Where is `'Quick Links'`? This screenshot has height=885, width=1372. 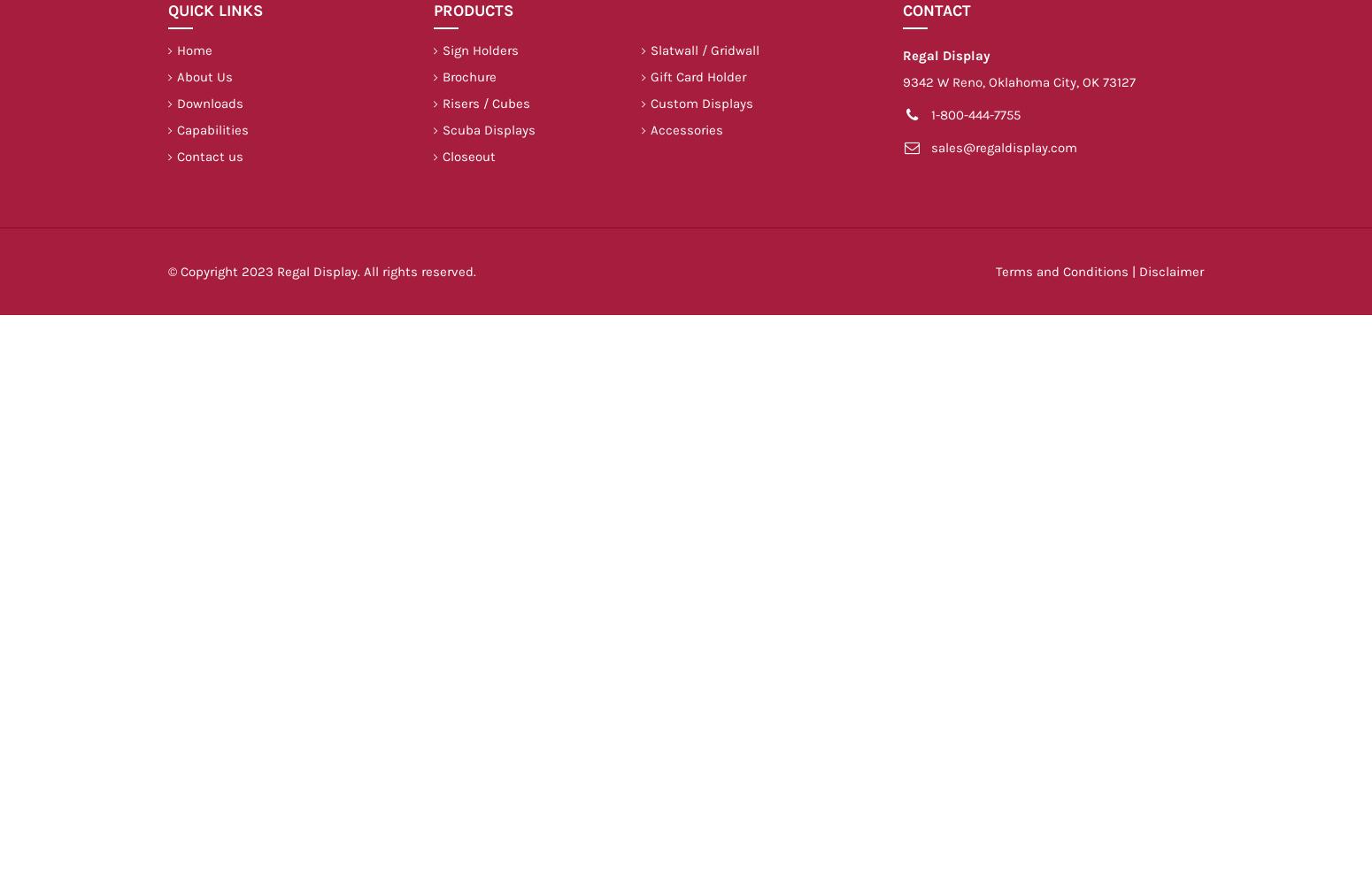
'Quick Links' is located at coordinates (167, 11).